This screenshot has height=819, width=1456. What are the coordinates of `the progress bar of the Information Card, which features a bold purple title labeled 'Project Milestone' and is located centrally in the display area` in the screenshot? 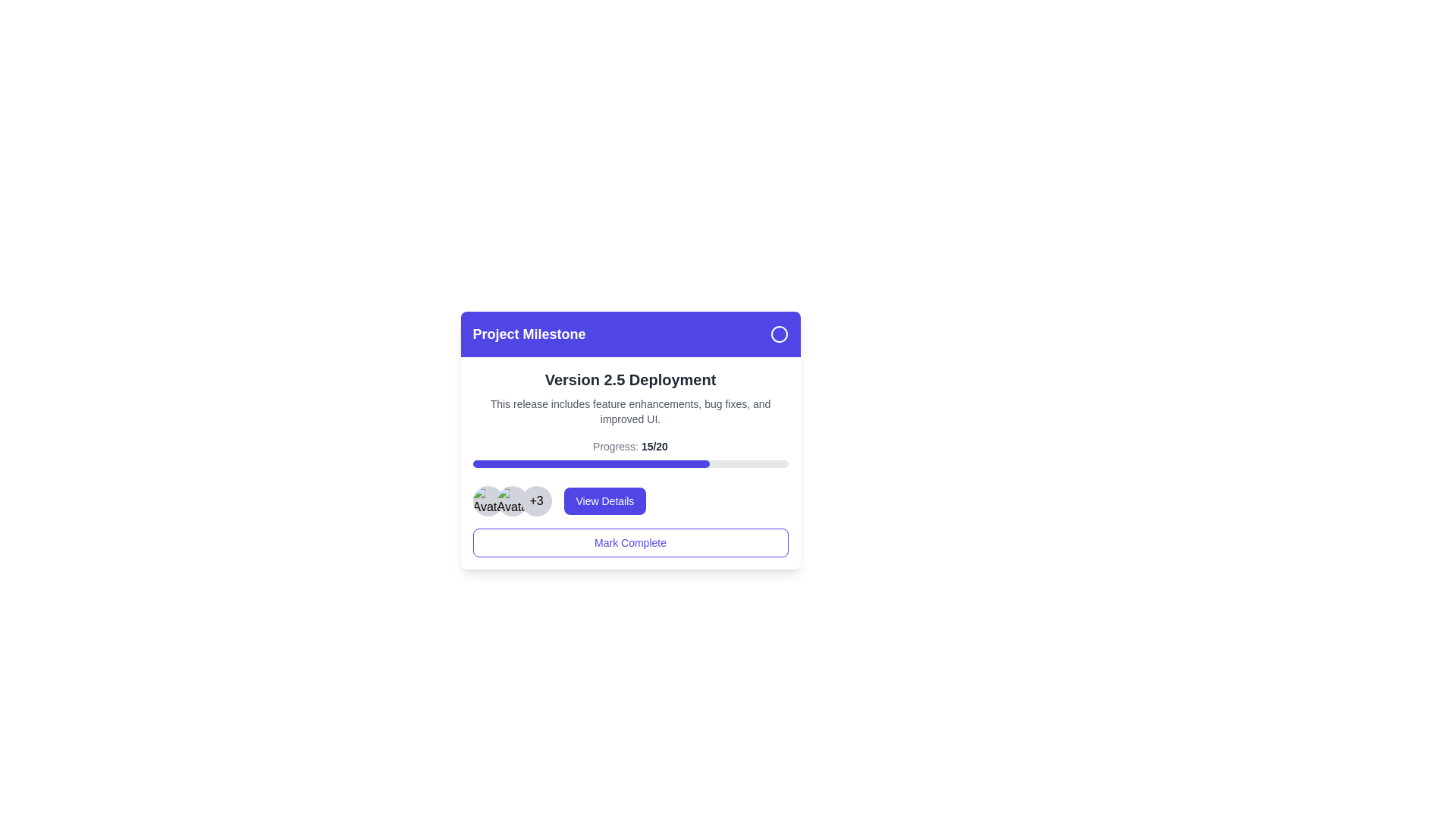 It's located at (630, 441).